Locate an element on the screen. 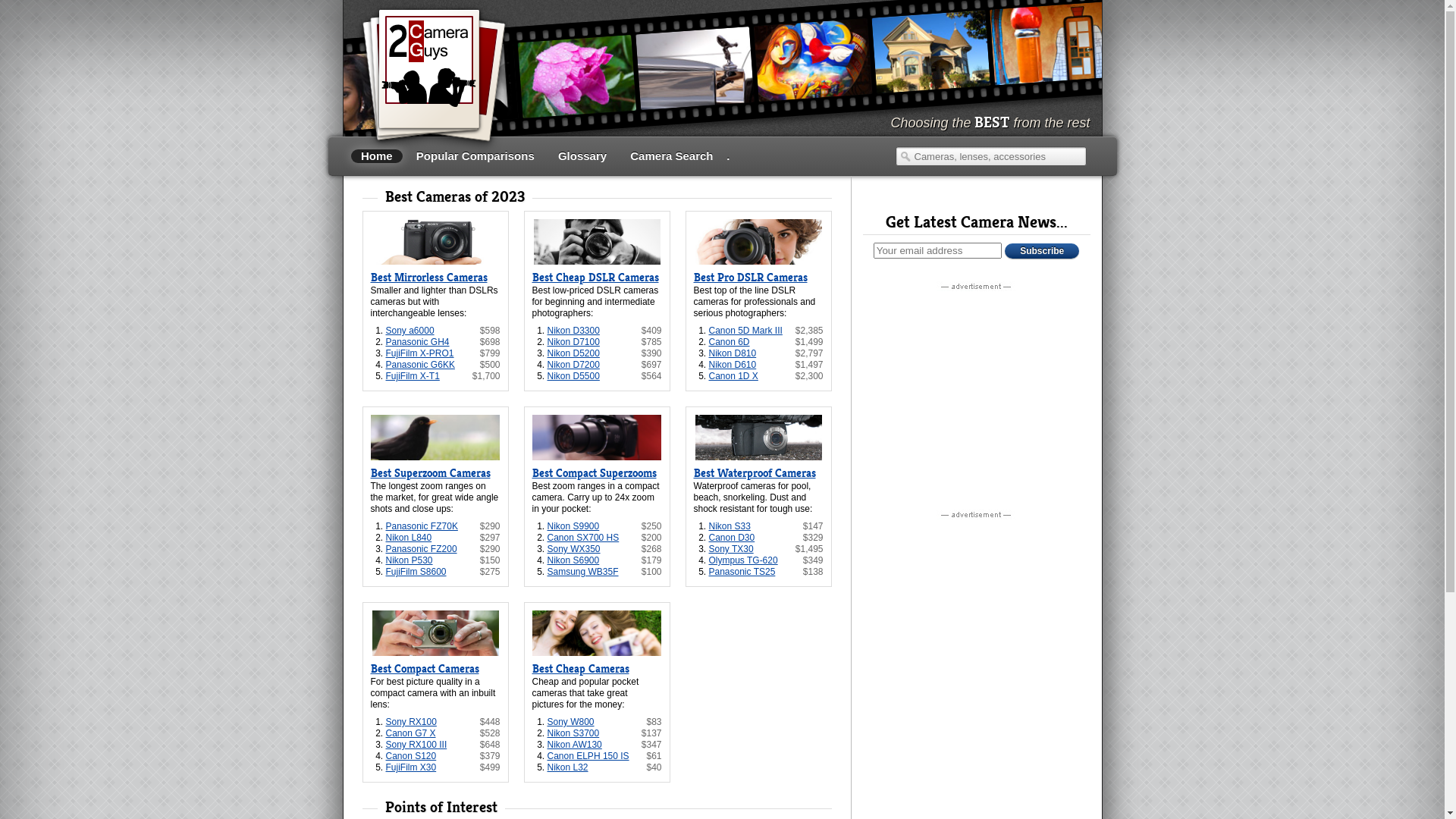 The image size is (1456, 819). 'Camera Search' is located at coordinates (620, 155).